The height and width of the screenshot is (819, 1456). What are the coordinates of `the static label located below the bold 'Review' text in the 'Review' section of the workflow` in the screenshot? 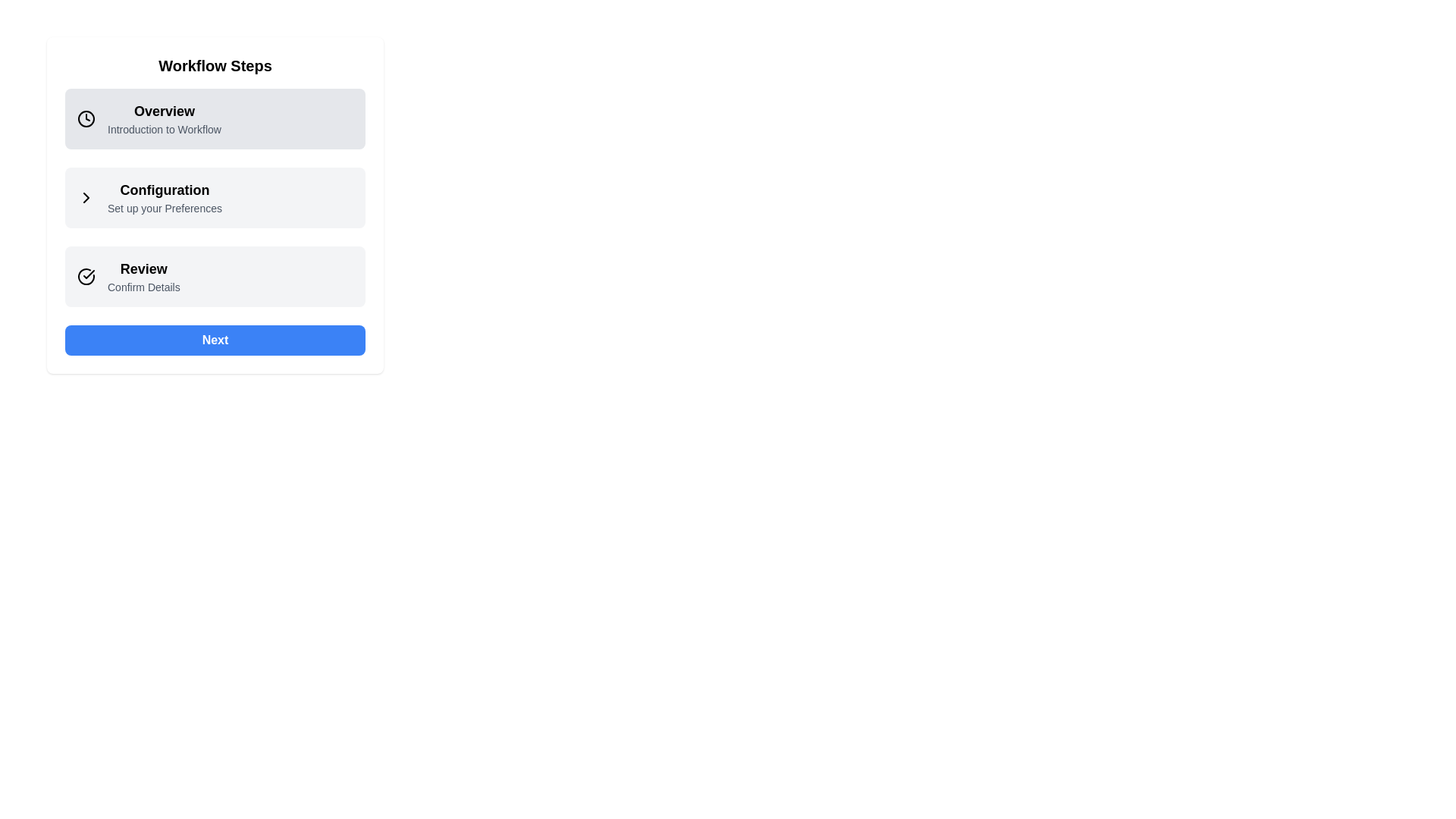 It's located at (143, 287).